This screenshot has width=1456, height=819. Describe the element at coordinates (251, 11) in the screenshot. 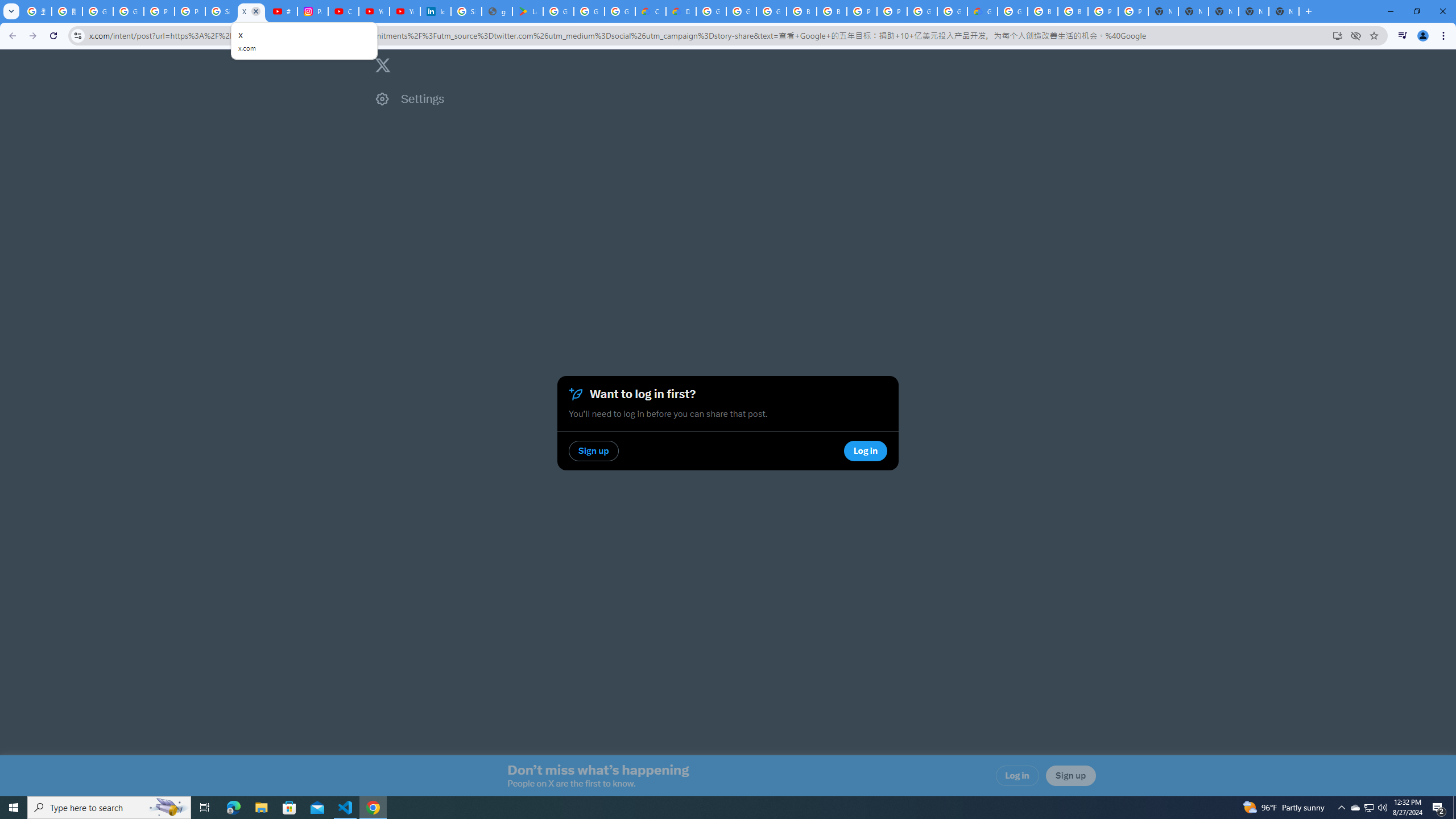

I see `'X'` at that location.